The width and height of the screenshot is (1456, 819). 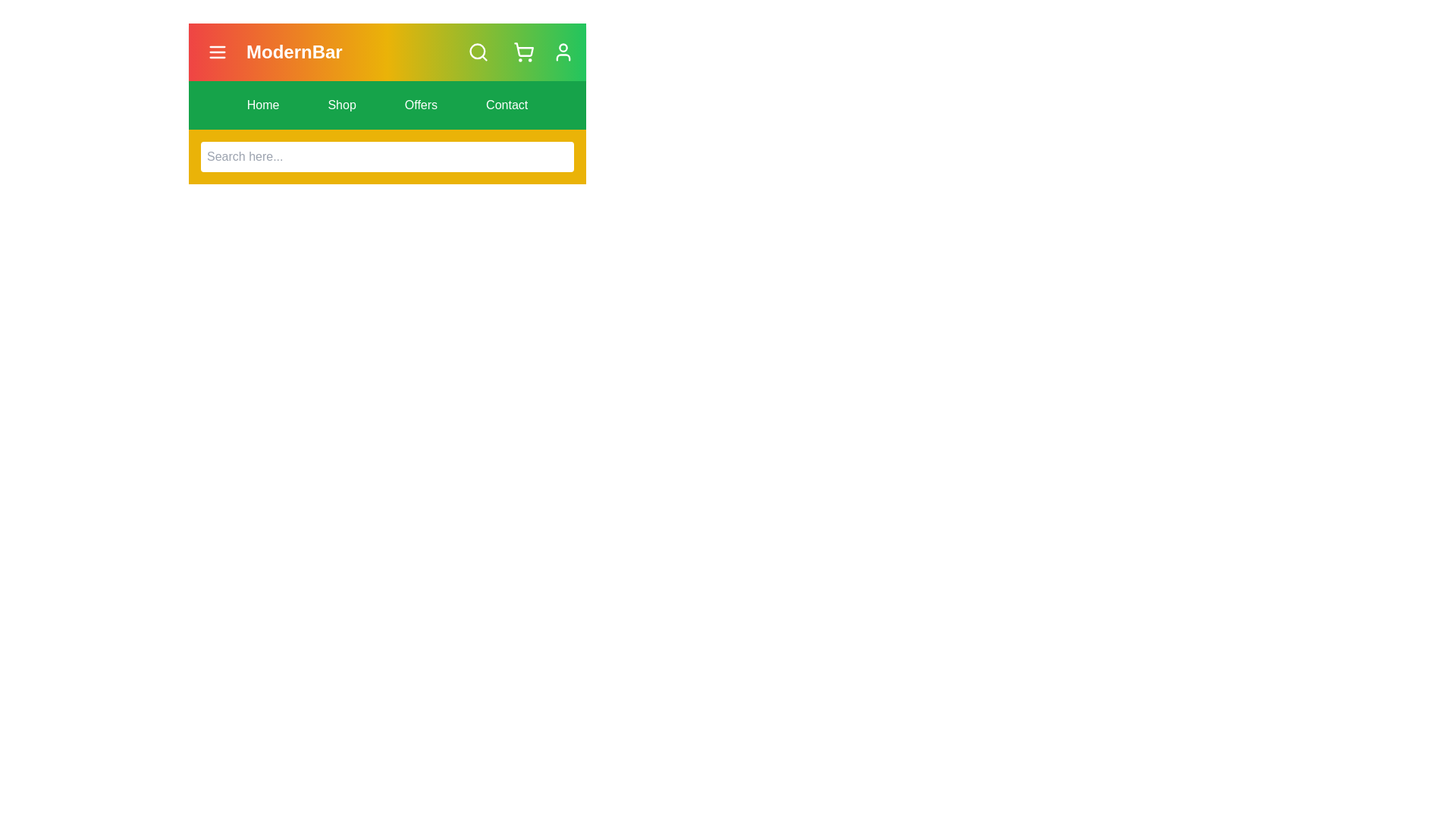 What do you see at coordinates (217, 52) in the screenshot?
I see `the menu icon to observe visual feedback` at bounding box center [217, 52].